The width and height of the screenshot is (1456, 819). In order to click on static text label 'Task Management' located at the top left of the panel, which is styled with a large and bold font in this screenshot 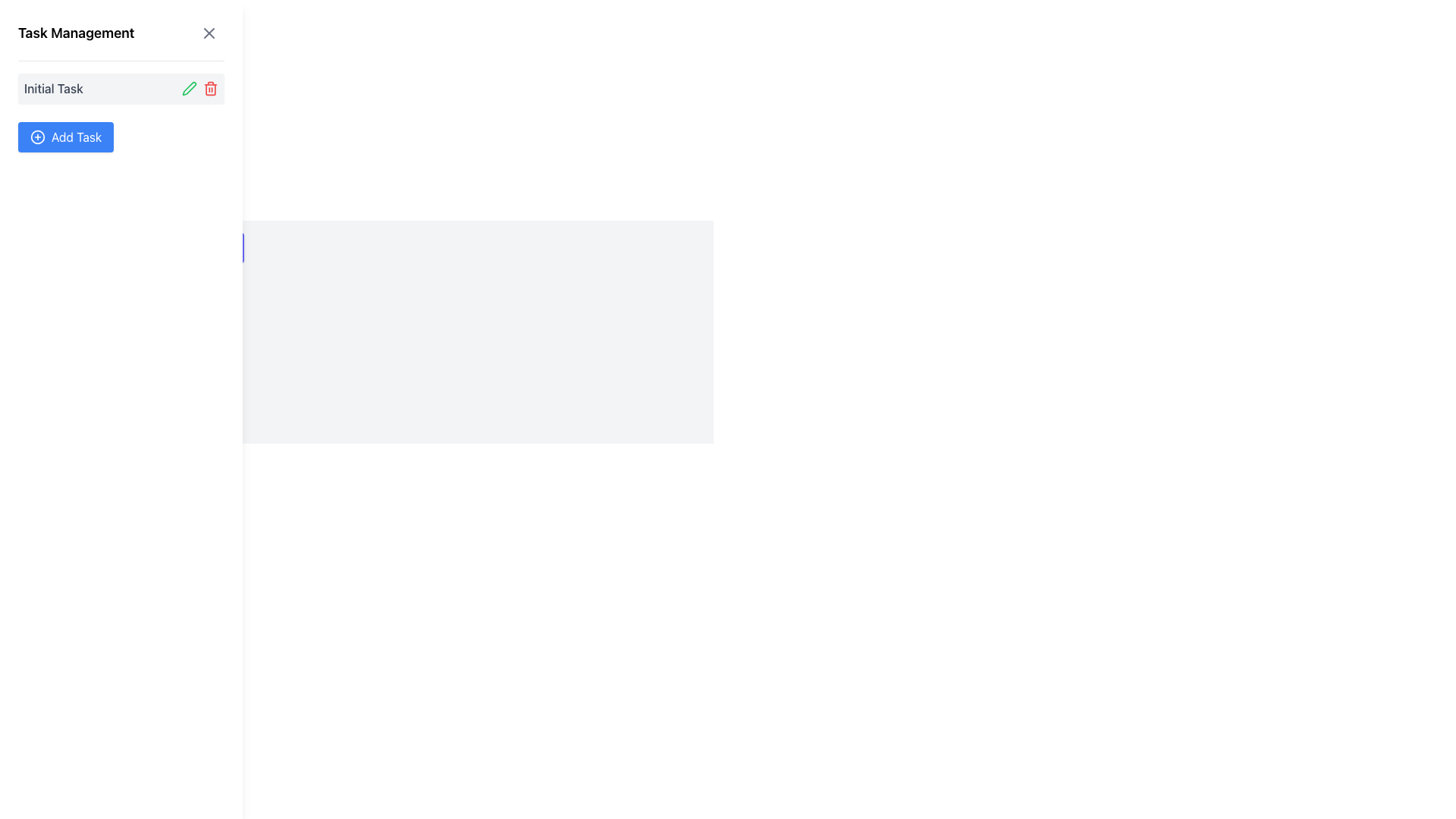, I will do `click(75, 33)`.